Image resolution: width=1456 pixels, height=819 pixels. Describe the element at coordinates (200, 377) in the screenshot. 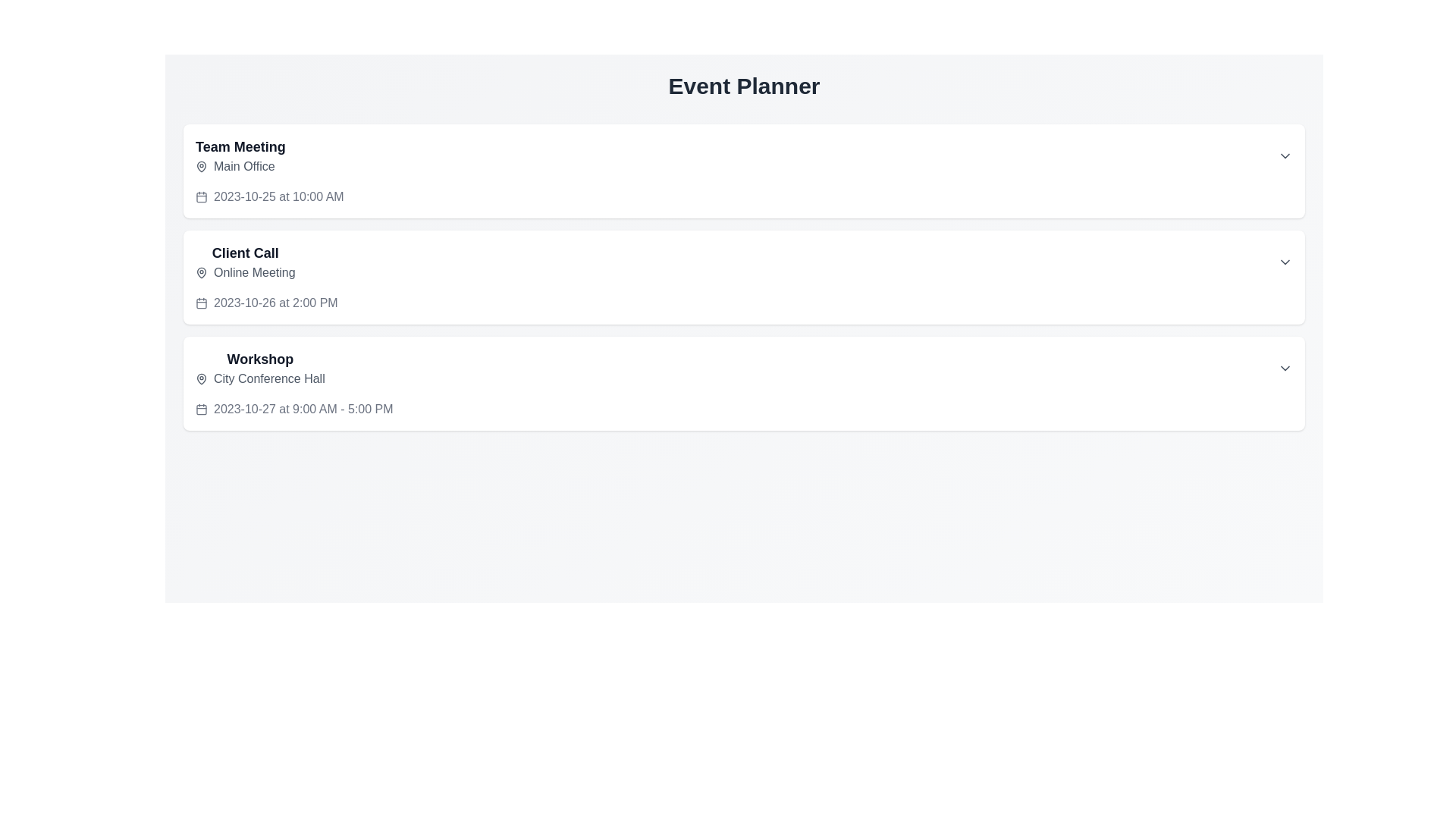

I see `the downward-pointing teardrop-shaped icon resembling a map pin, located to the left of the text 'City Conference Hall' in the 'Workshop' section of the events list` at that location.